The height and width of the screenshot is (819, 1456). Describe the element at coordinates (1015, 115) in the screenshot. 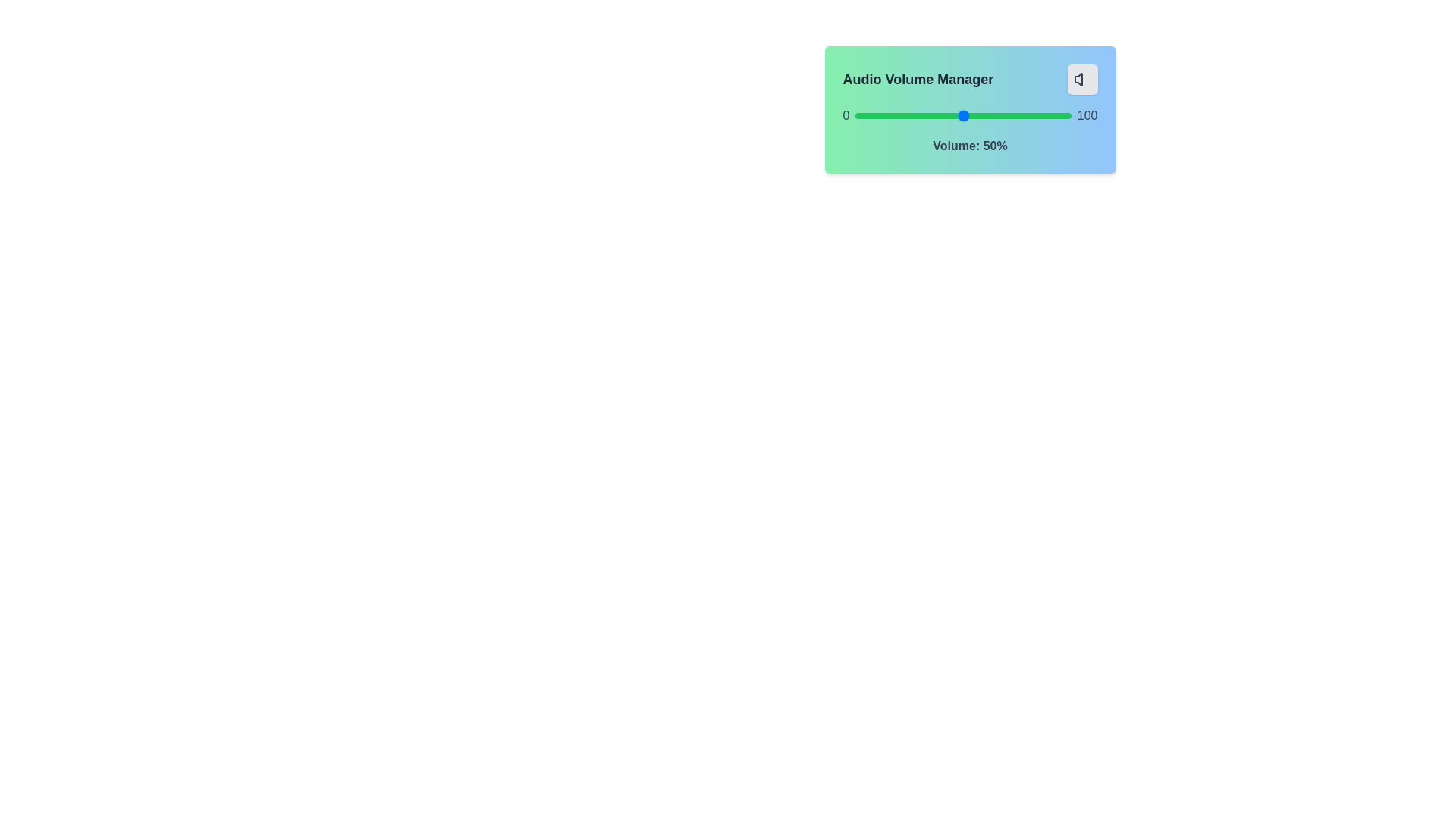

I see `the slider` at that location.